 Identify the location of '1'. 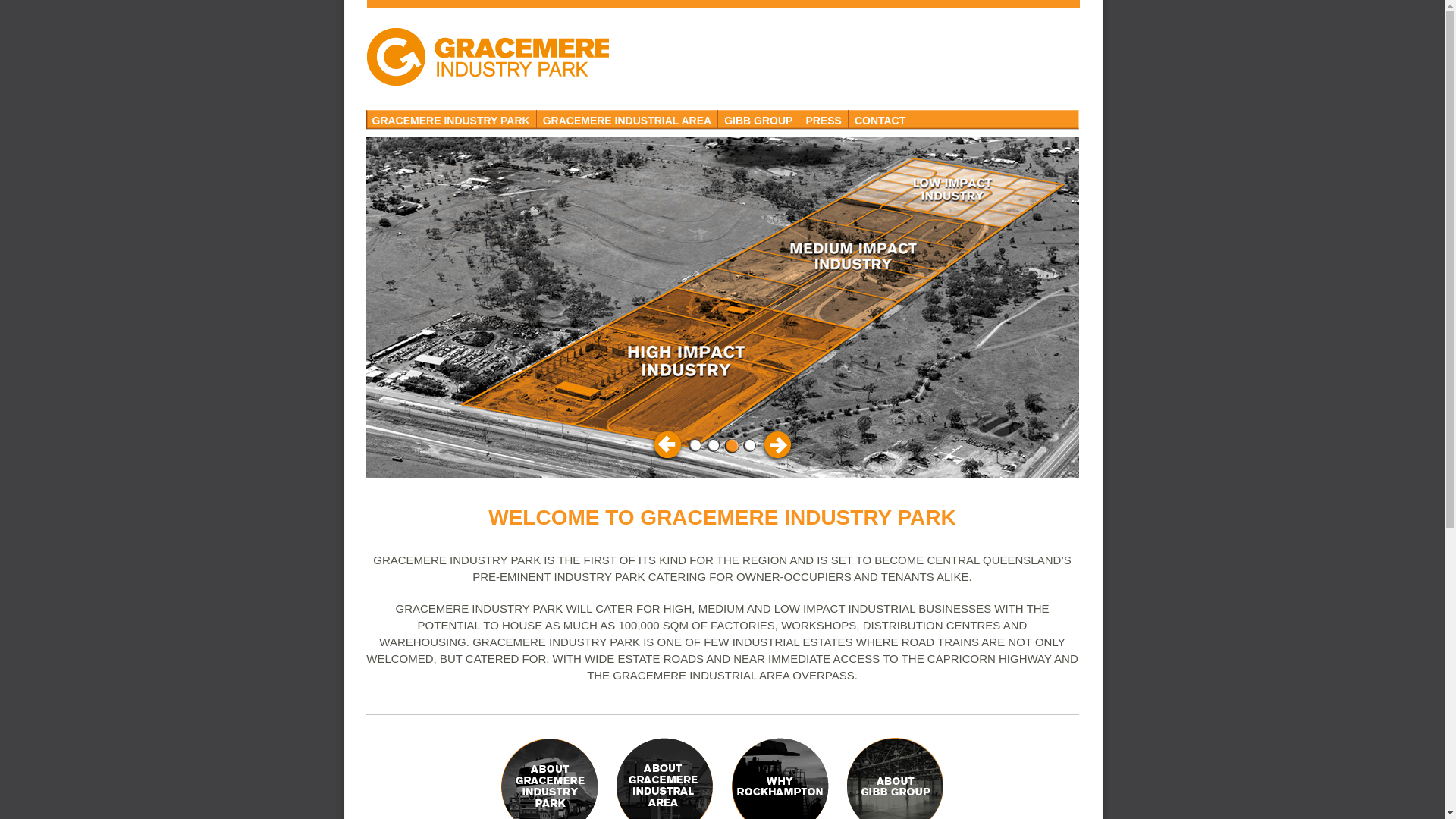
(694, 444).